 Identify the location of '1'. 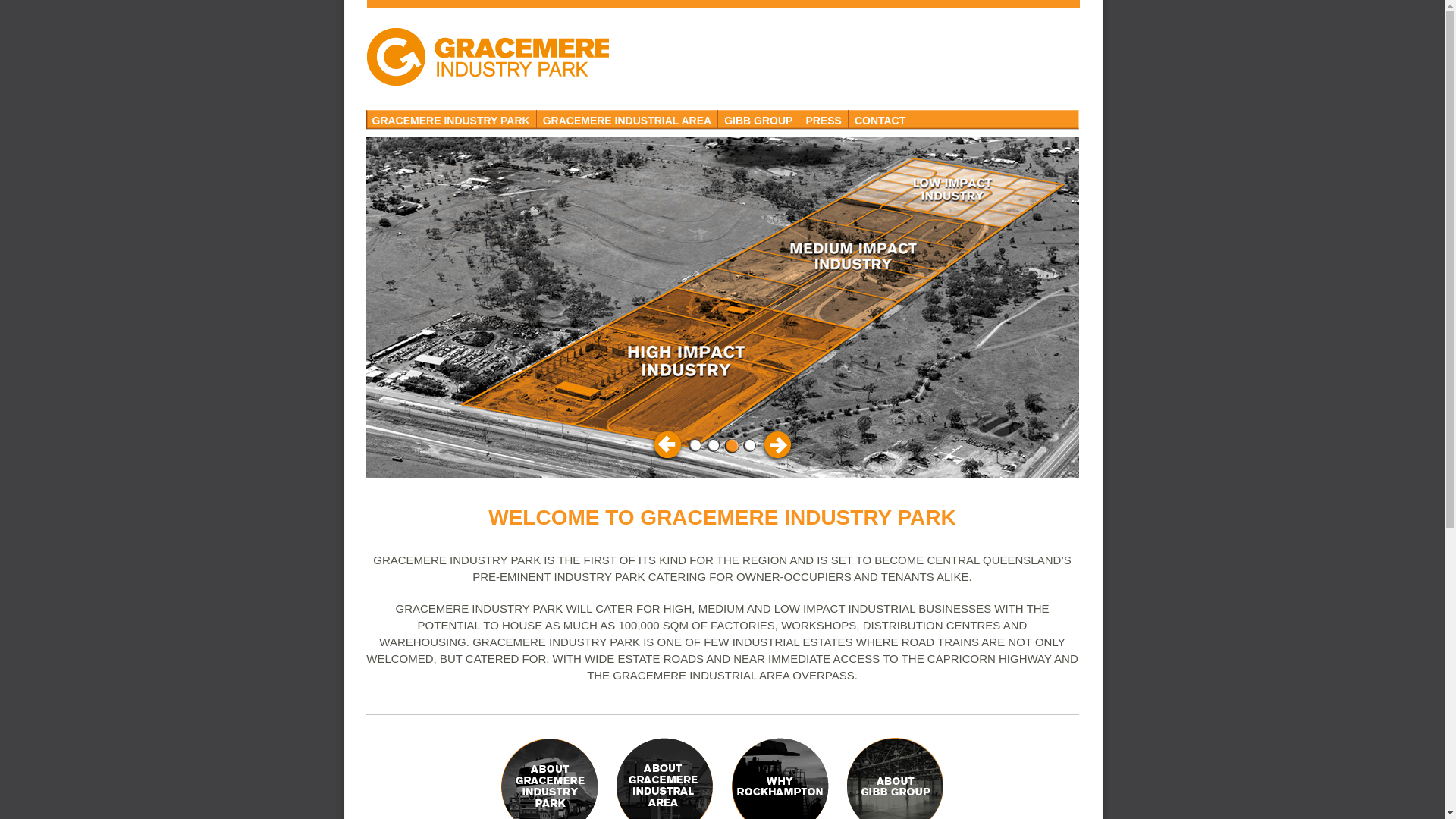
(694, 444).